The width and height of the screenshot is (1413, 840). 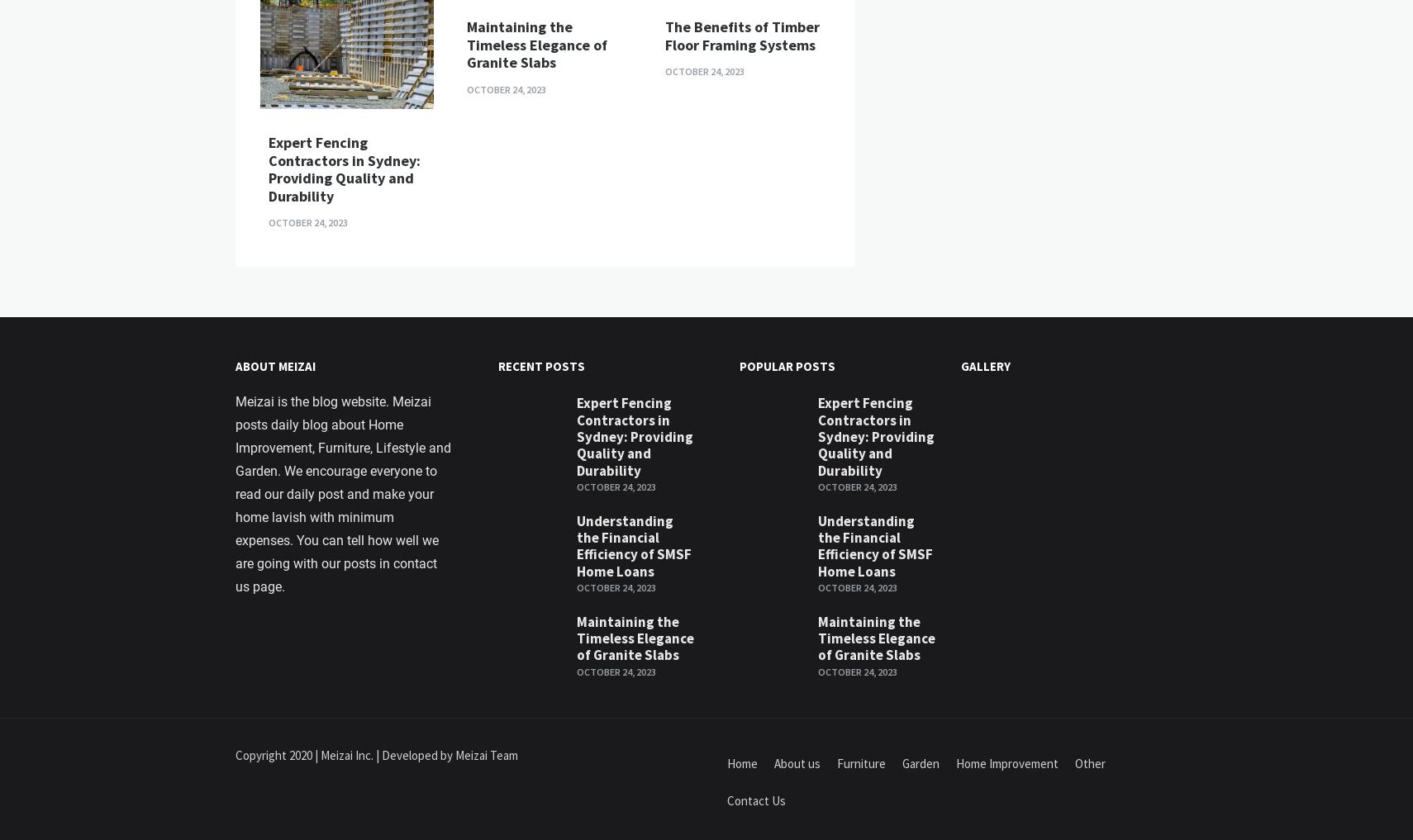 I want to click on 'Hottest Furniture Designs of 2021', so click(x=921, y=316).